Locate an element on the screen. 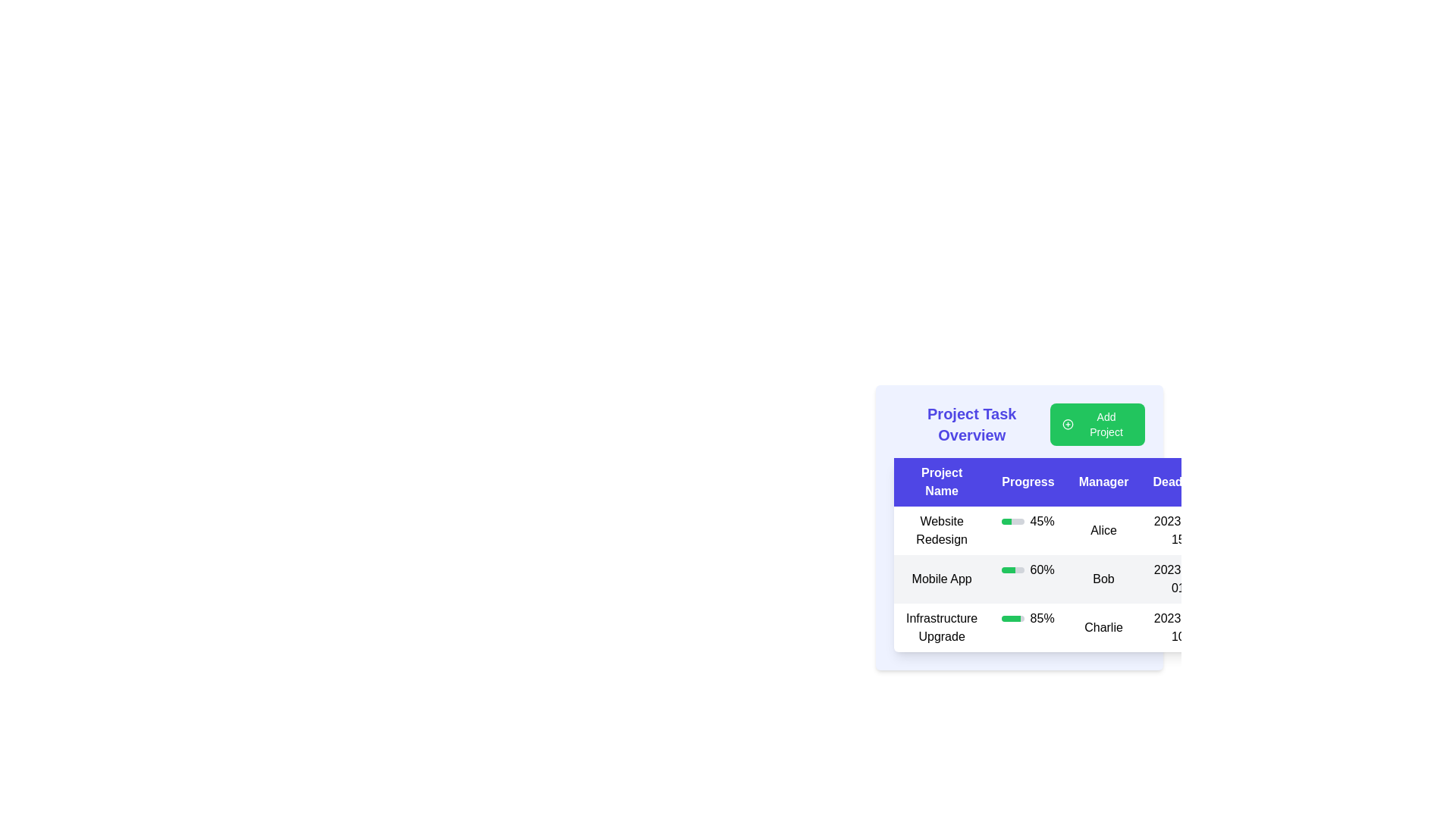 This screenshot has height=819, width=1456. percentage displayed as text from the Progress Indicator showing 85% in the 'Progress' column of the 'Infrastructure Upgrade' row is located at coordinates (1028, 619).